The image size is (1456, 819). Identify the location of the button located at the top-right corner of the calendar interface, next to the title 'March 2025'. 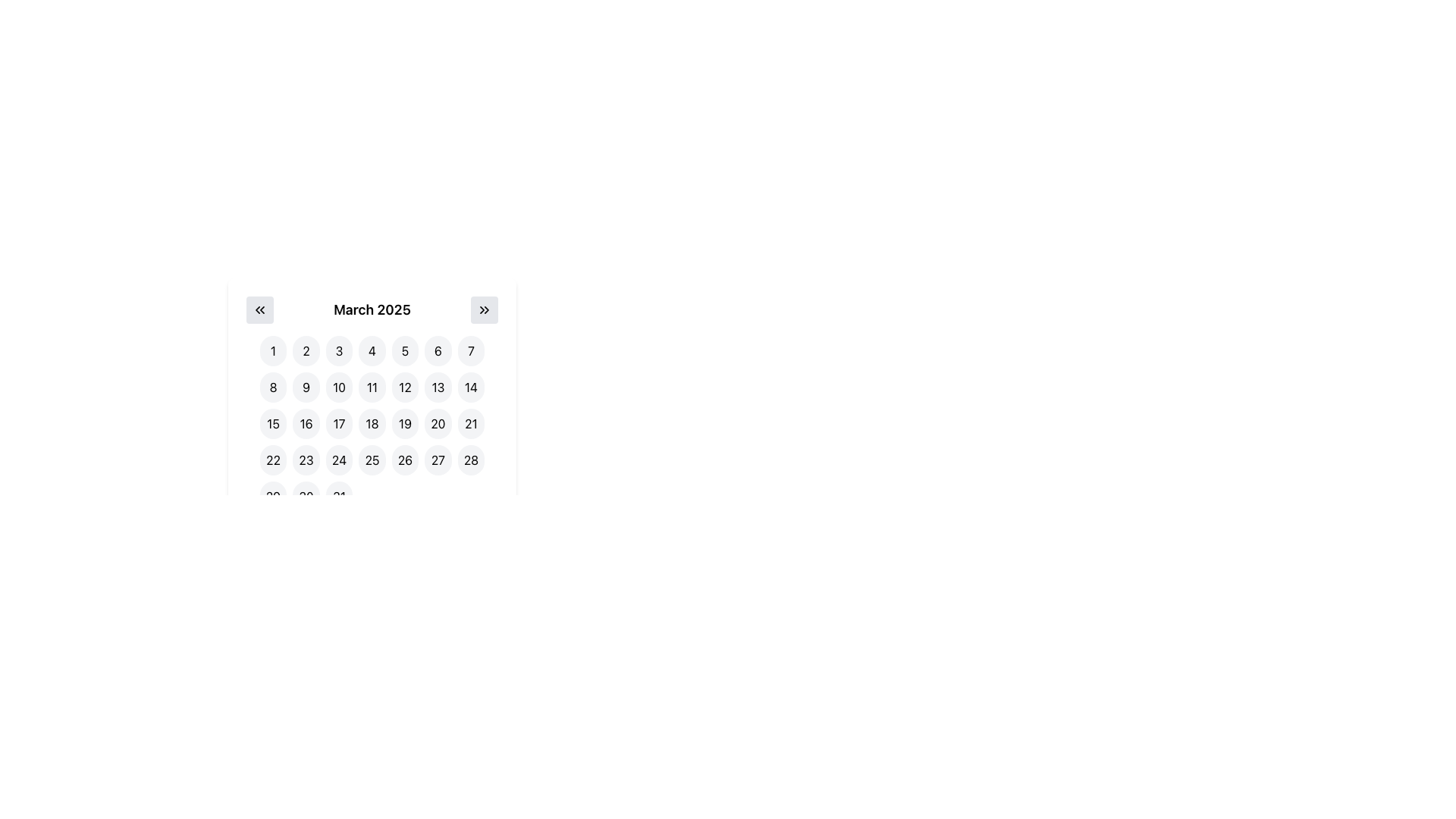
(483, 309).